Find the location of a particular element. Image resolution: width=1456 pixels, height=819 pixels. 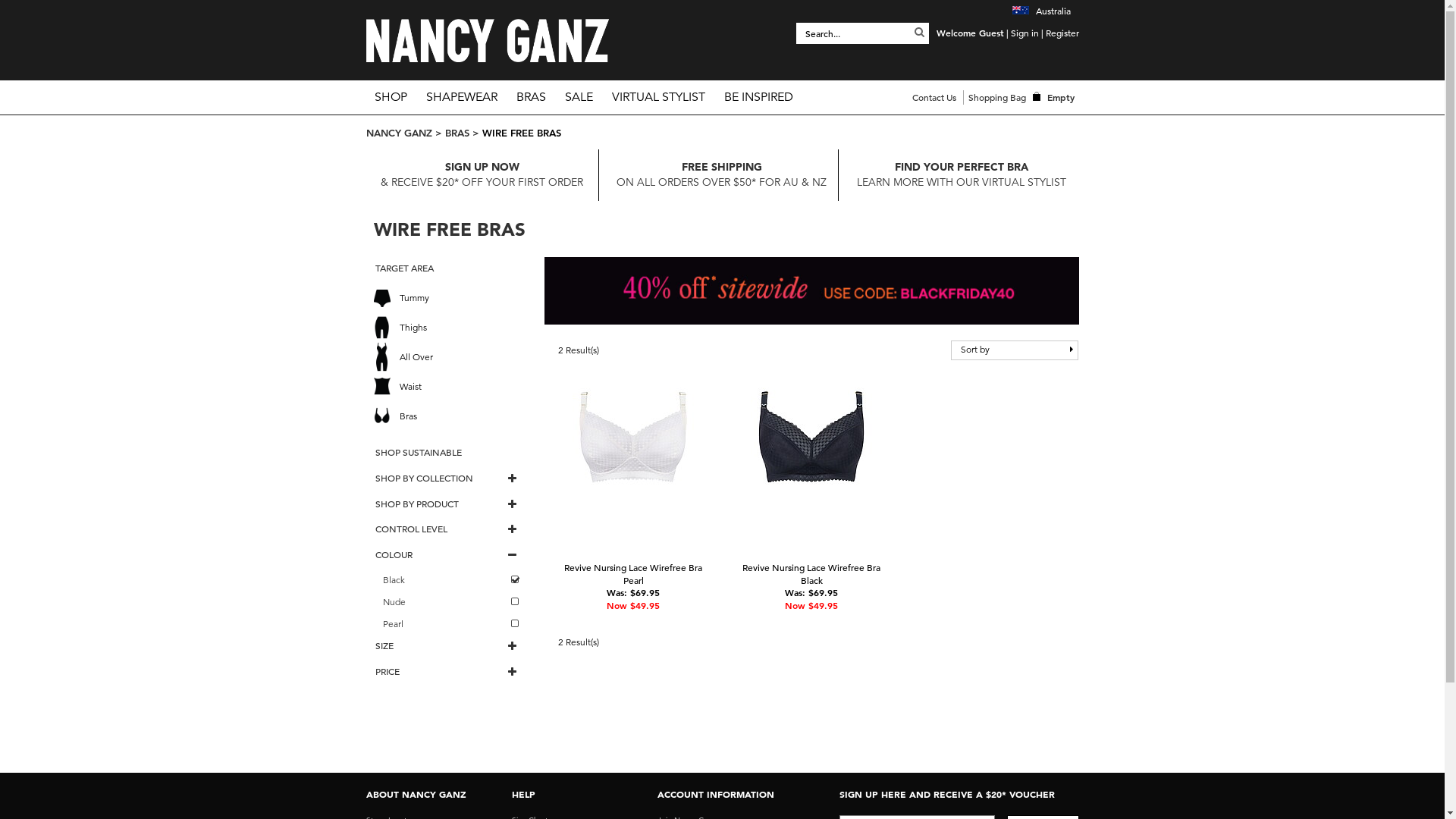

'SHOP' is located at coordinates (390, 96).